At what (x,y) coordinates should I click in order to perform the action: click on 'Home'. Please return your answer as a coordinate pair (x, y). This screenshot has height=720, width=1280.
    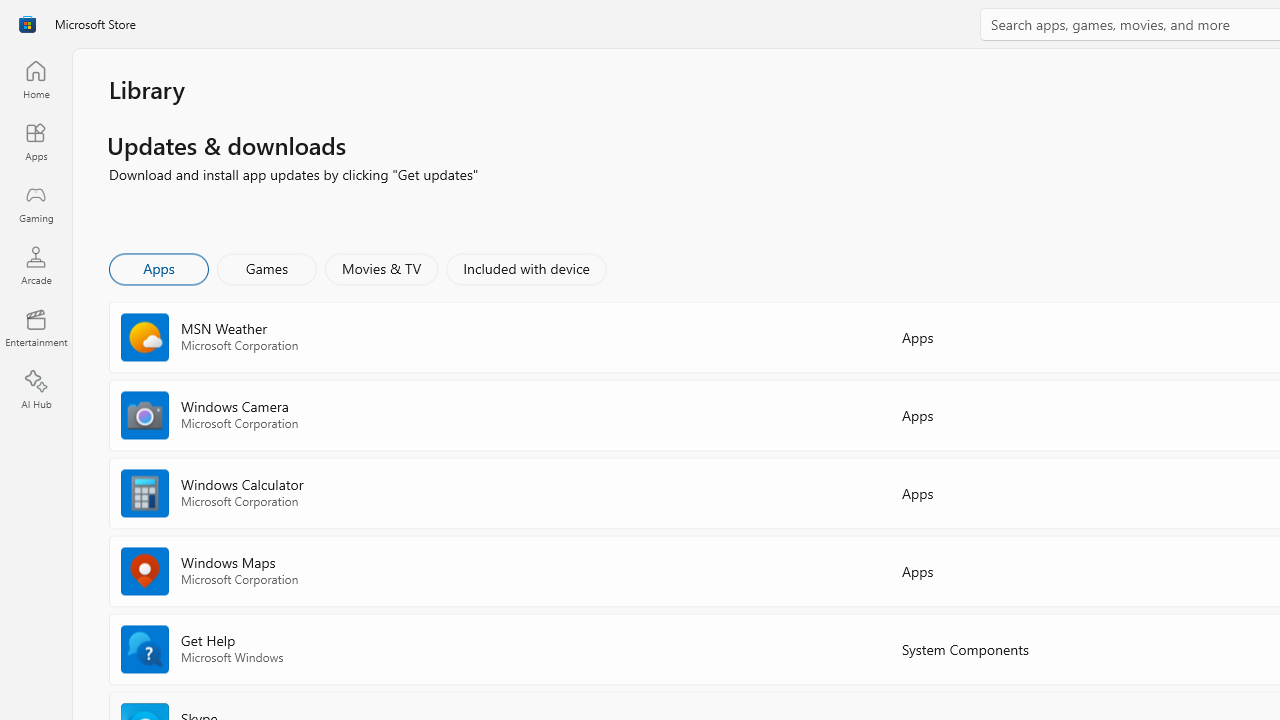
    Looking at the image, I should click on (35, 78).